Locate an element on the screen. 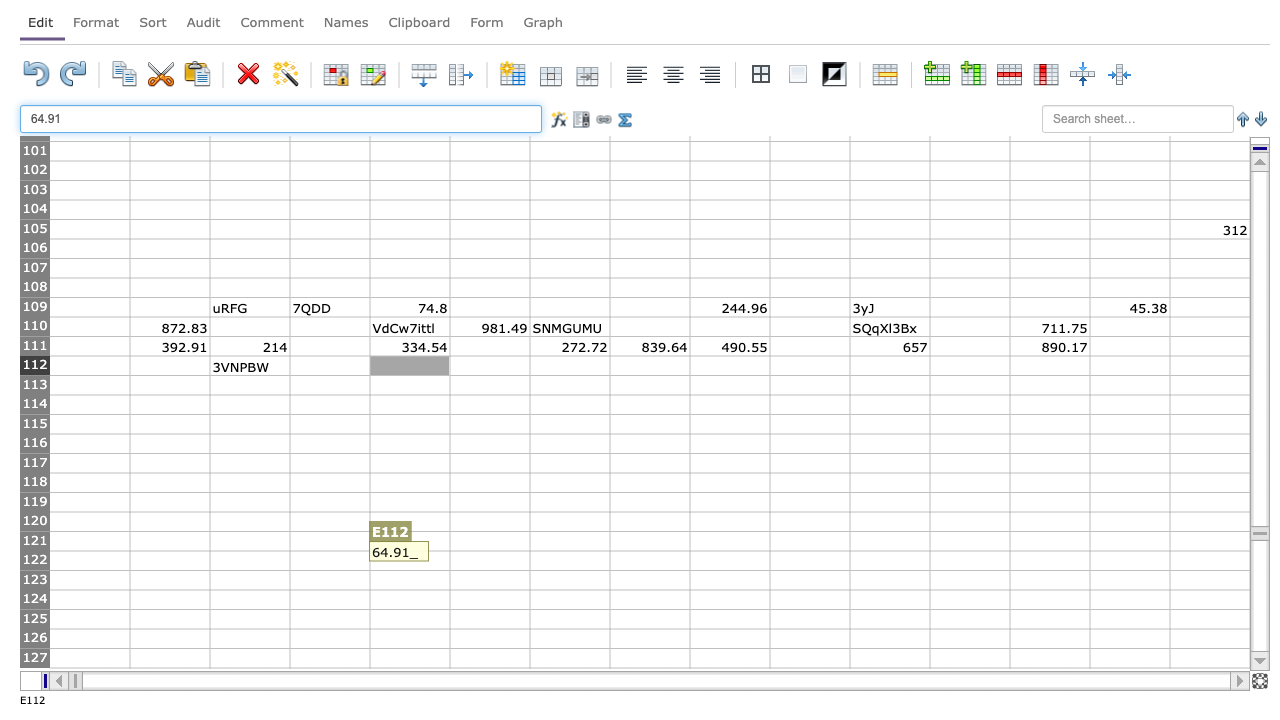 Image resolution: width=1280 pixels, height=720 pixels. H122 is located at coordinates (649, 560).